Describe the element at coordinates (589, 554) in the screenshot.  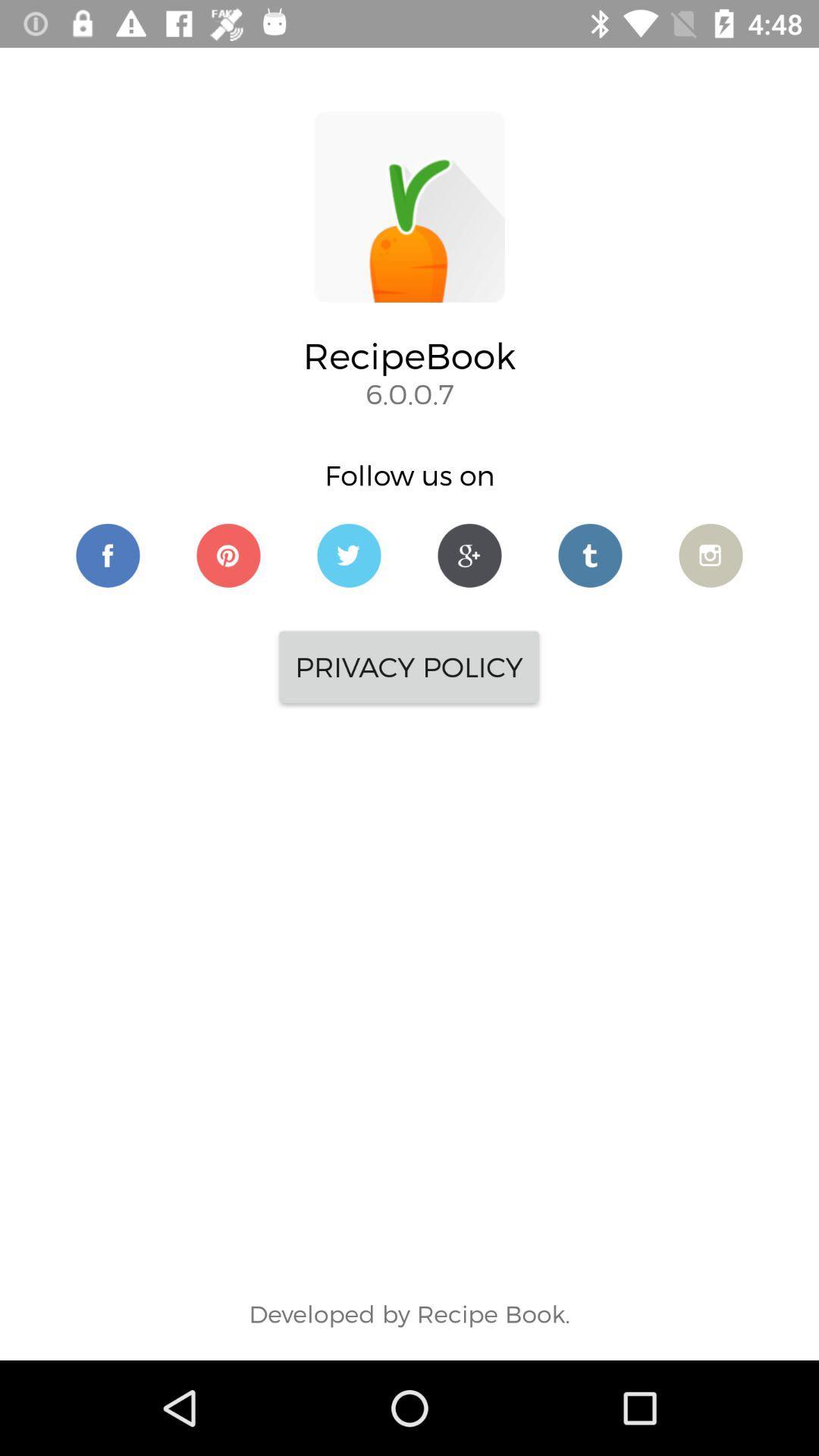
I see `follow recipebook on twitter` at that location.